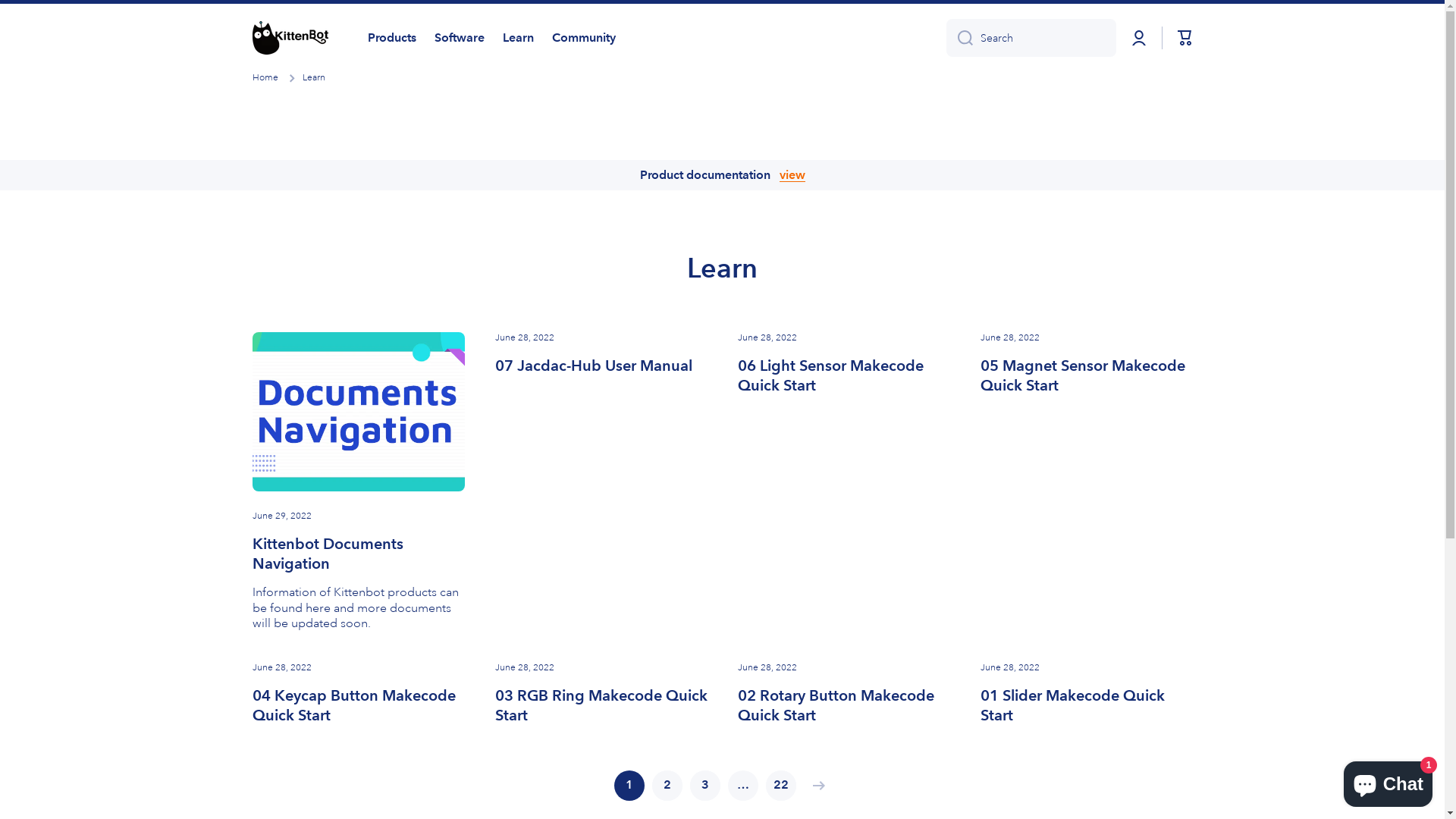  What do you see at coordinates (689, 785) in the screenshot?
I see `'3'` at bounding box center [689, 785].